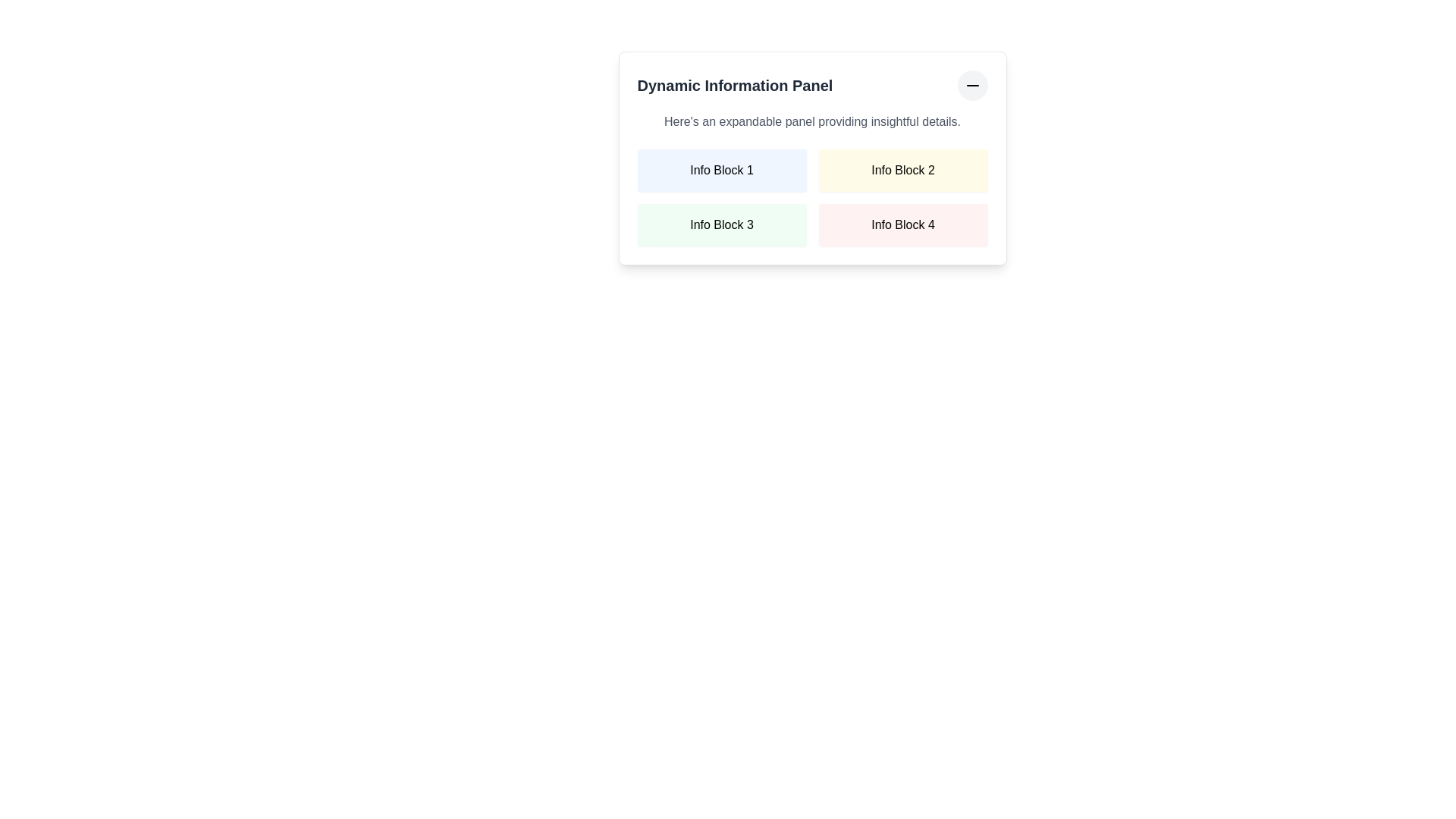 The width and height of the screenshot is (1456, 819). Describe the element at coordinates (720, 225) in the screenshot. I see `the informational label block located in the second row and first column of the grid layout, which is positioned directly below 'Info Block 1'` at that location.